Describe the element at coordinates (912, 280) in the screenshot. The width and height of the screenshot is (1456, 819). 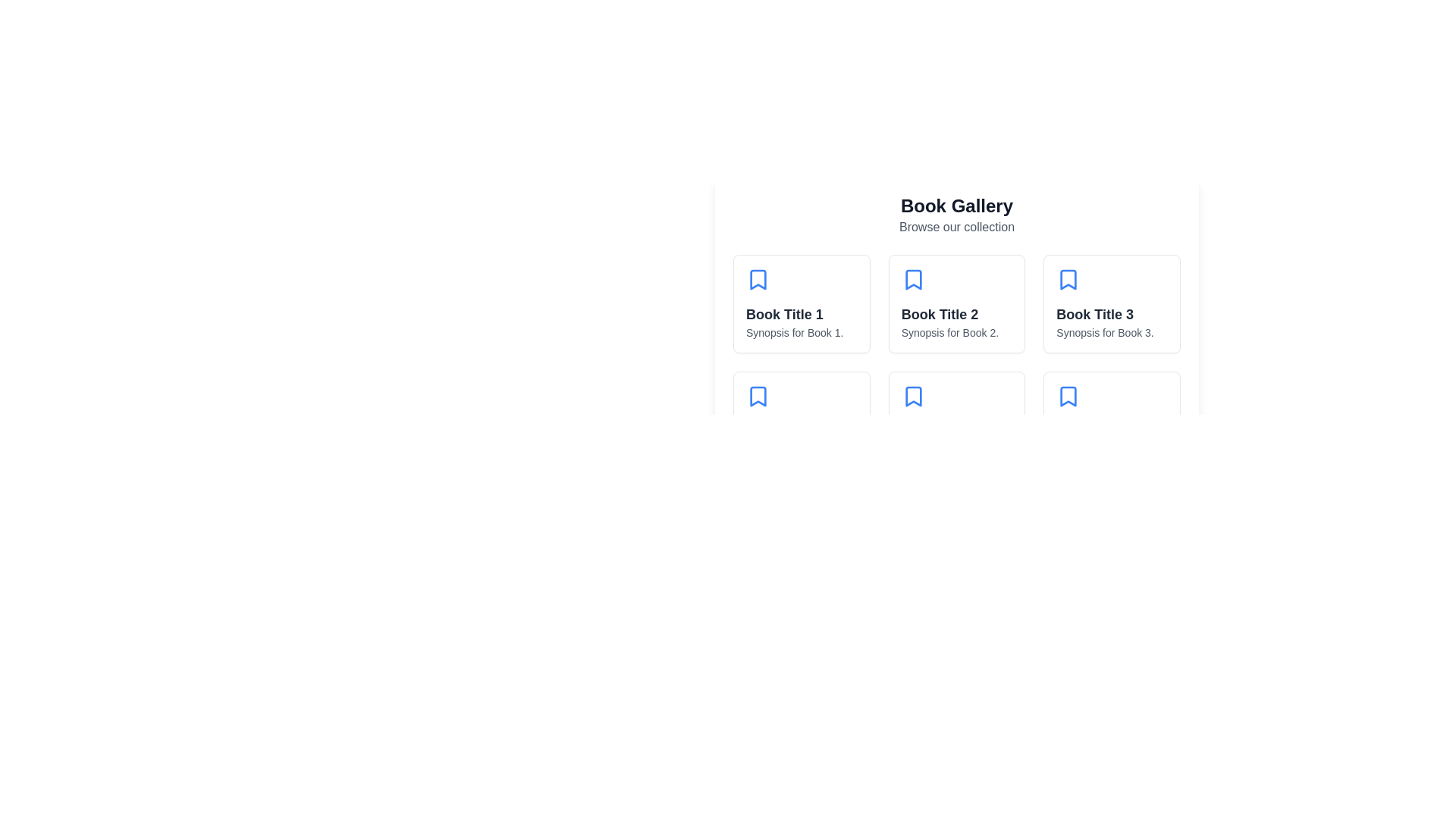
I see `the bookmark-shaped icon representing the 'Book Title 2' card, located in the upper-middle section of the grid layout` at that location.